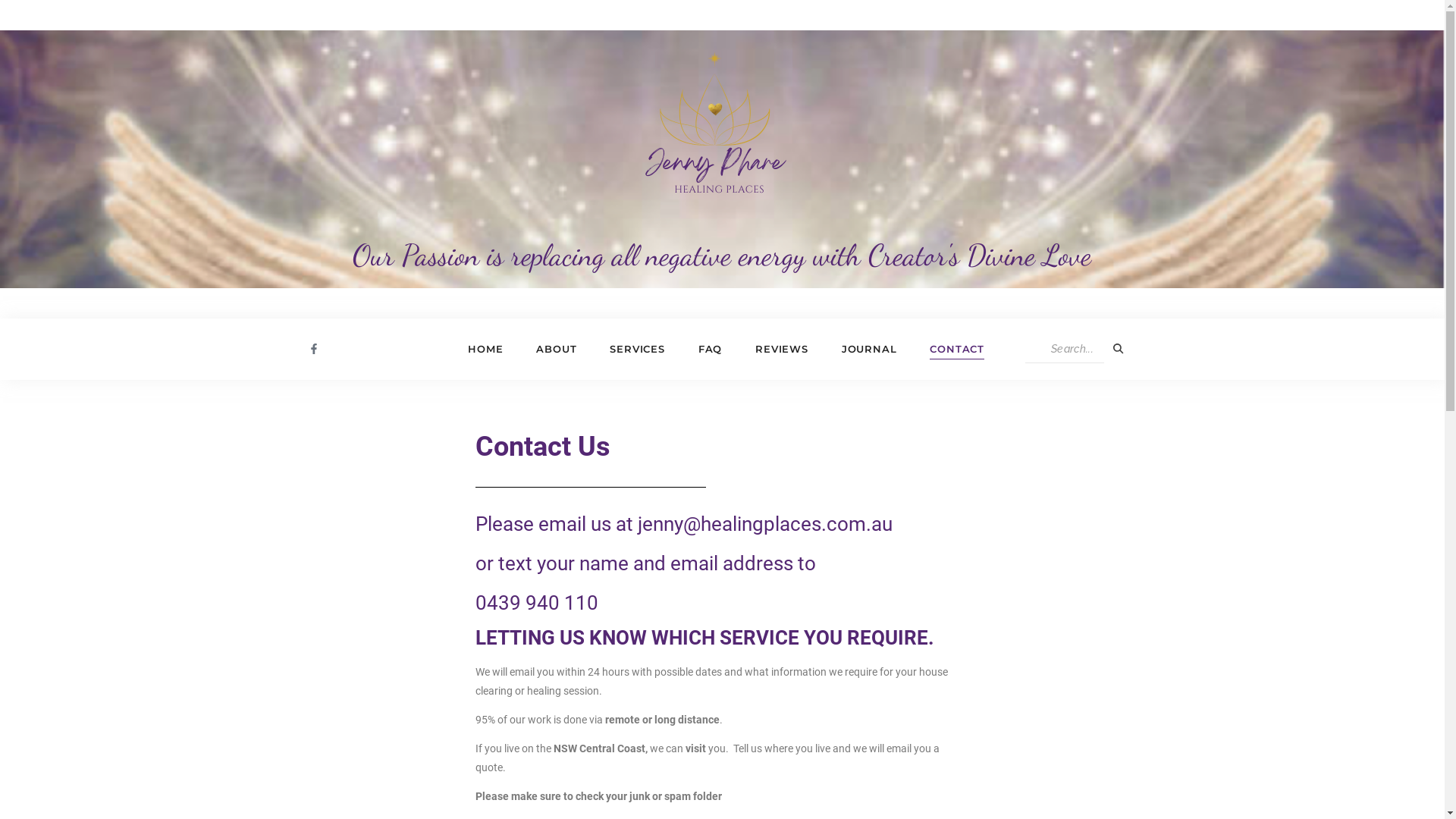  What do you see at coordinates (1063, 349) in the screenshot?
I see `'Search'` at bounding box center [1063, 349].